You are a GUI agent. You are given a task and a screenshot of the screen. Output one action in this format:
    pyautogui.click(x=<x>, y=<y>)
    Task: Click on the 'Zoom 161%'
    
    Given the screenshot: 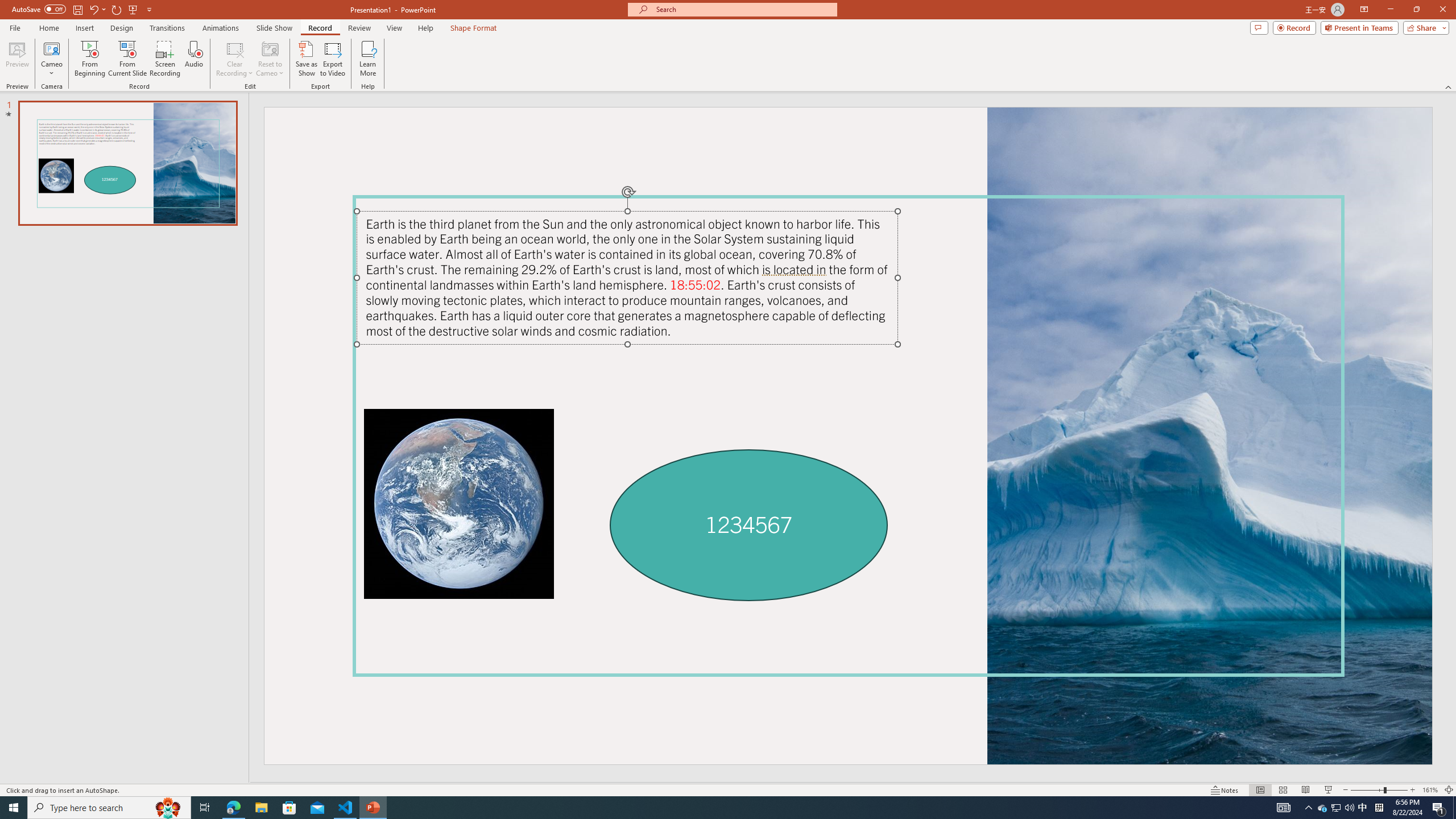 What is the action you would take?
    pyautogui.click(x=1430, y=790)
    